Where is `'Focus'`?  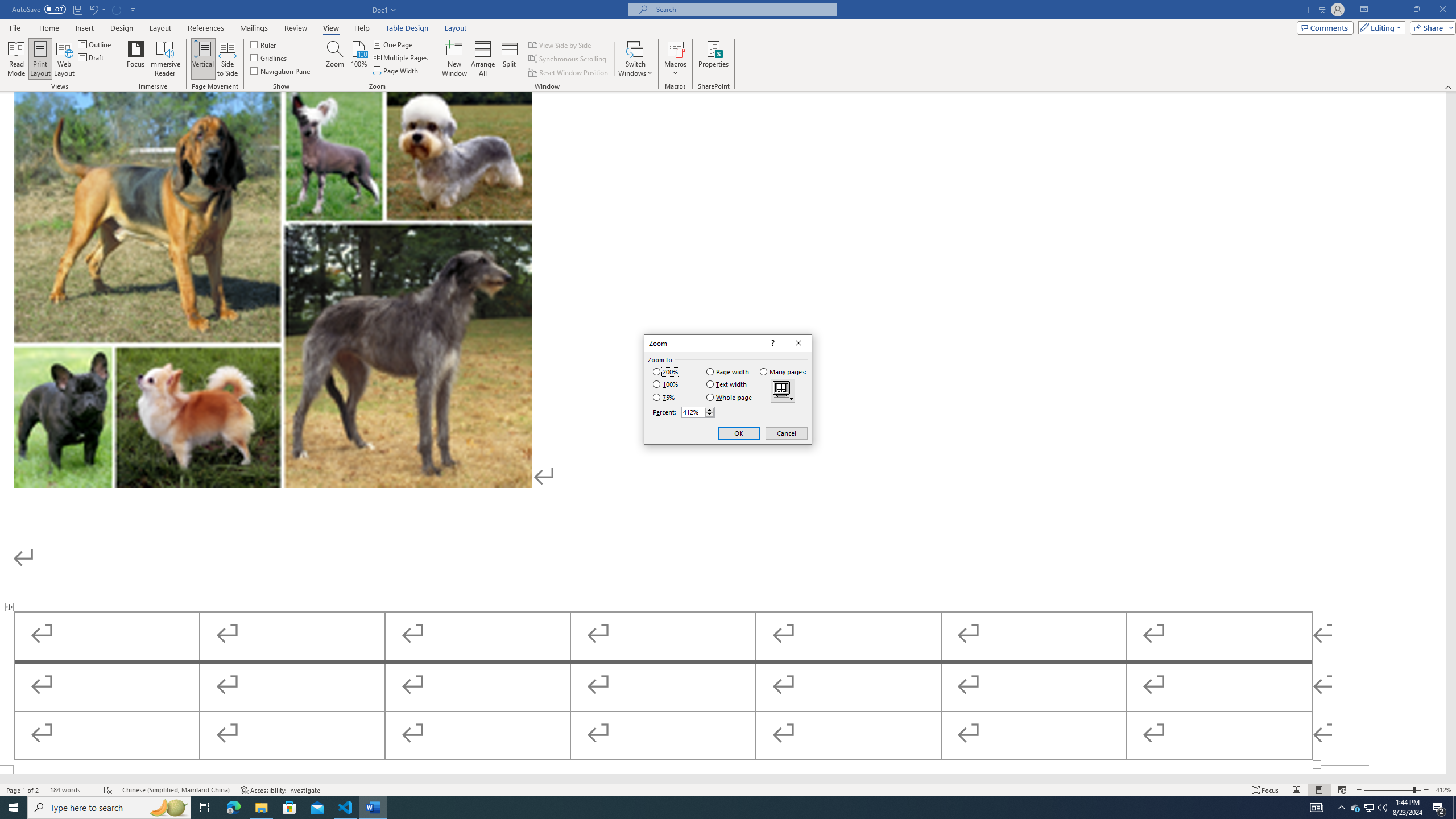 'Focus' is located at coordinates (136, 59).